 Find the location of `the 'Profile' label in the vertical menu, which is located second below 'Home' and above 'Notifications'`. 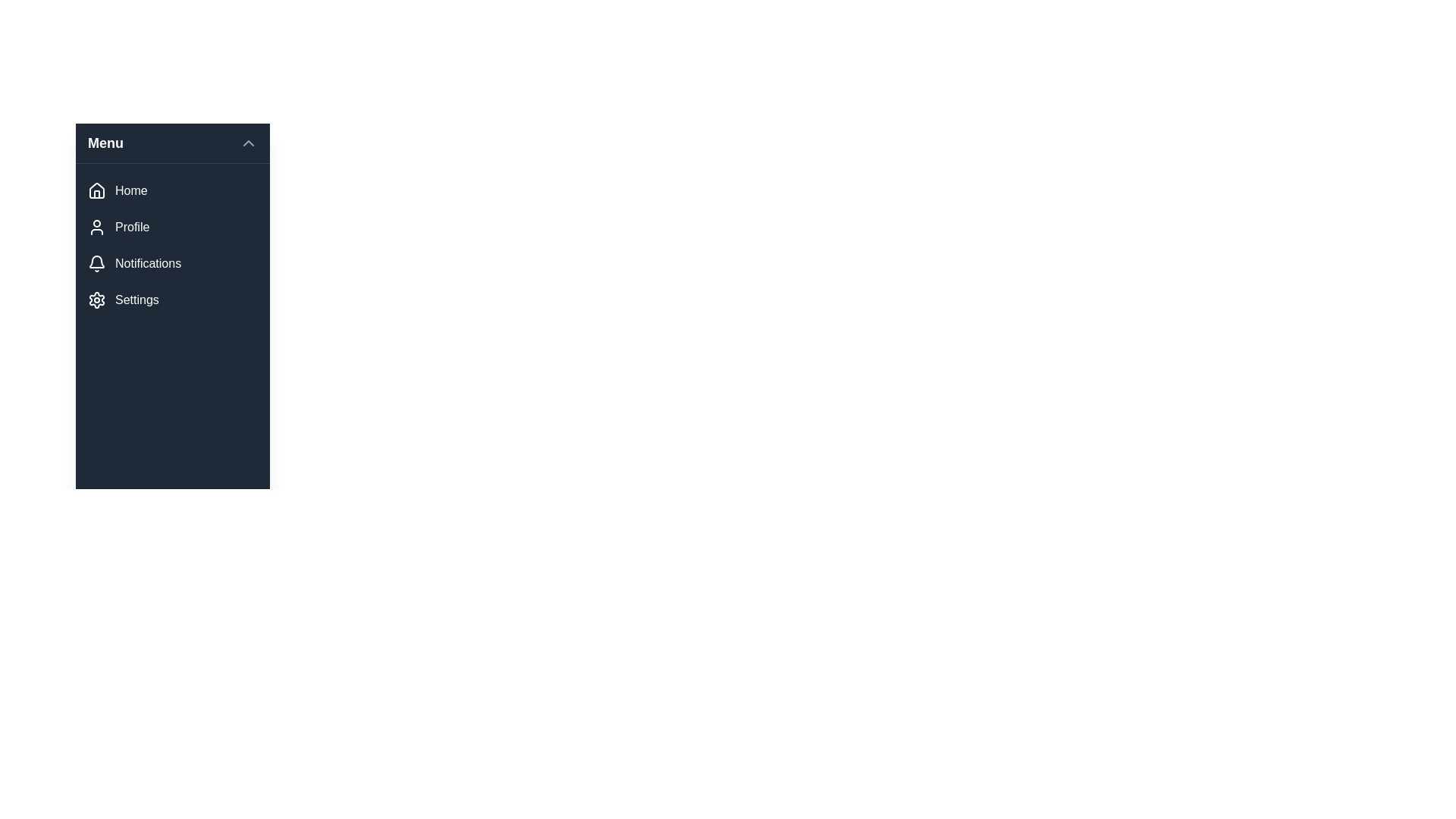

the 'Profile' label in the vertical menu, which is located second below 'Home' and above 'Notifications' is located at coordinates (132, 227).